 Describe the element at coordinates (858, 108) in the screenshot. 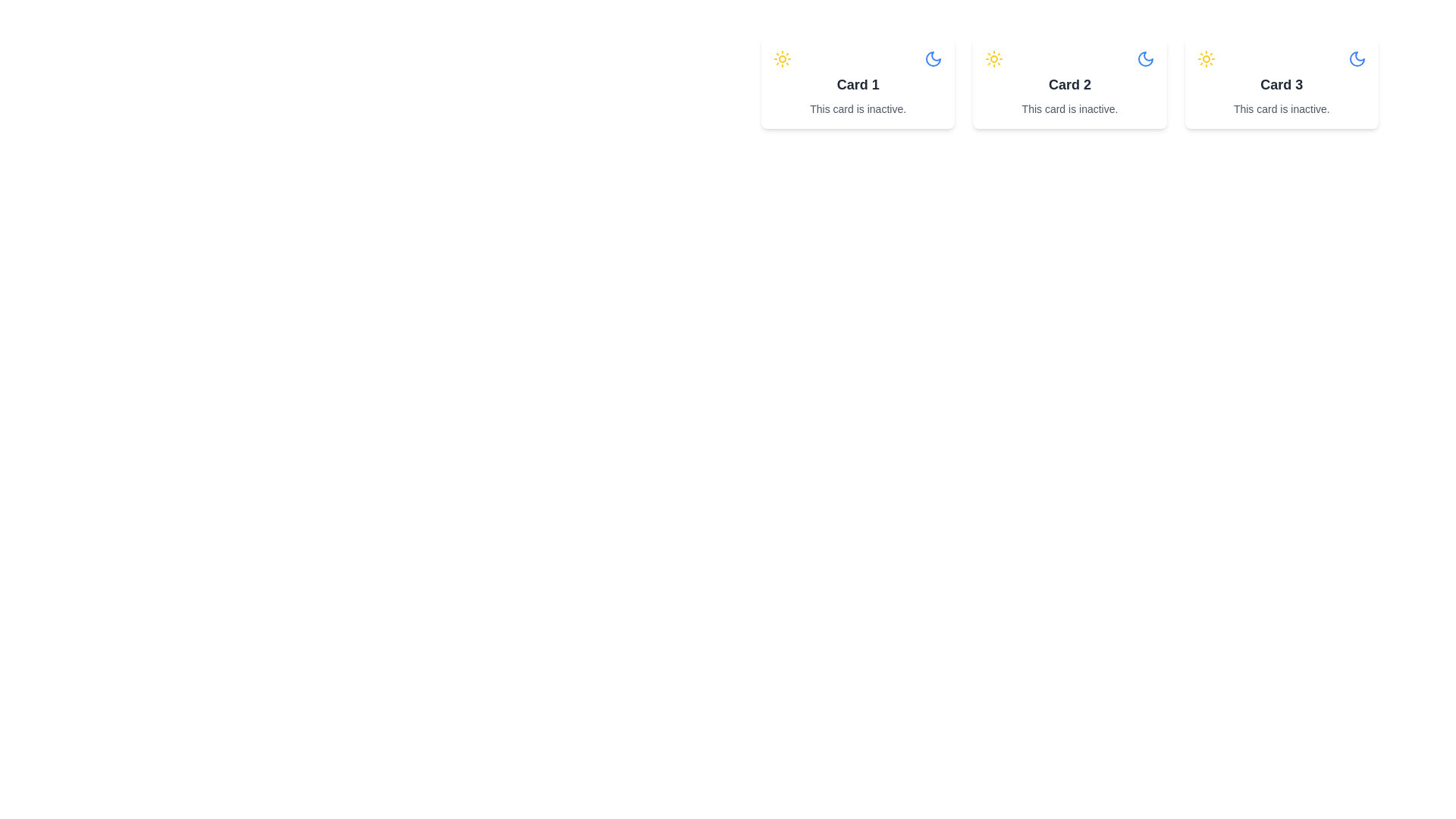

I see `text label indicating the inactive status of the card within 'Card 1', located towards the bottom area of the card` at that location.